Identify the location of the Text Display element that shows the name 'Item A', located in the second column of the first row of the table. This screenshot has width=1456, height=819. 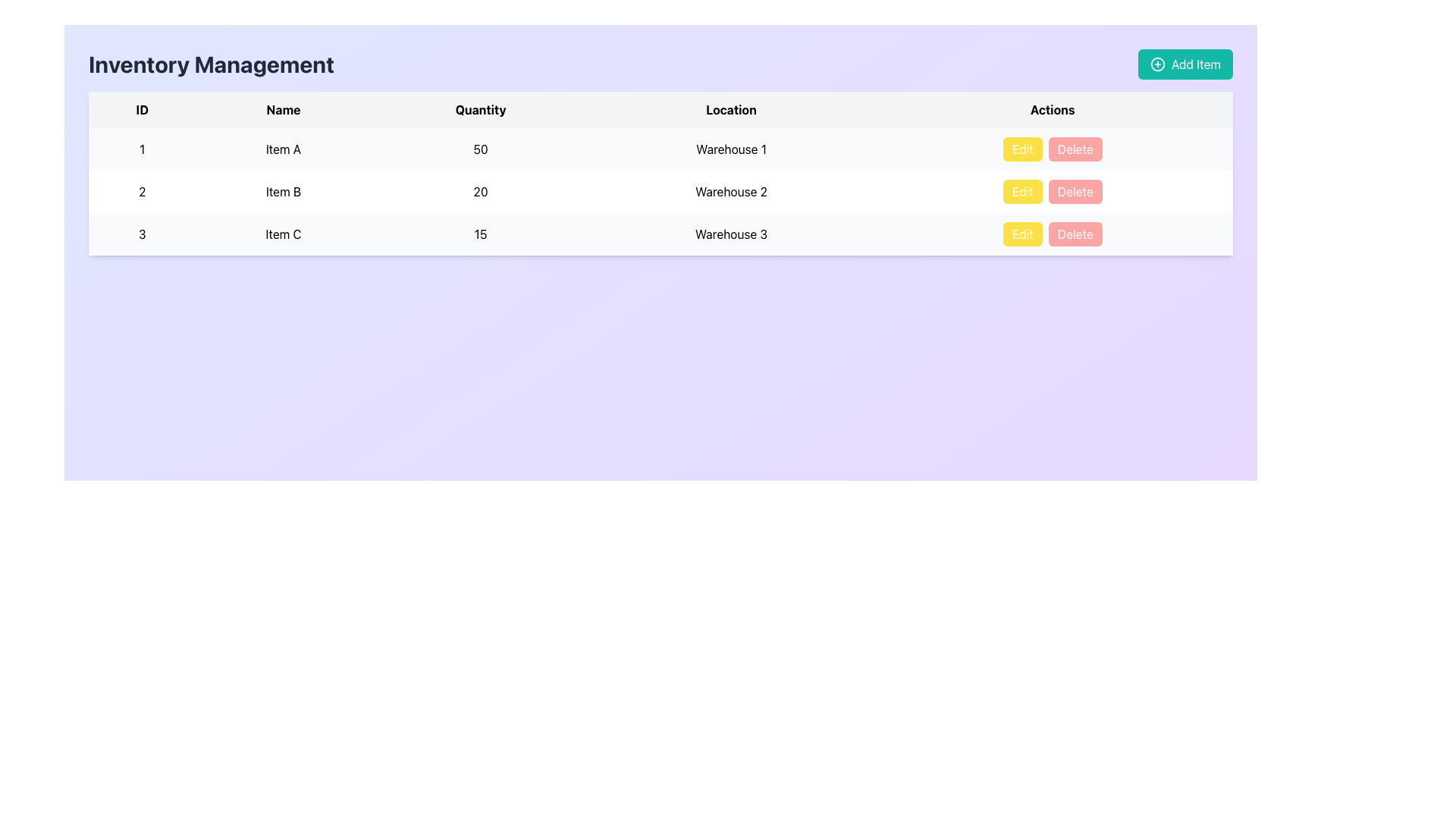
(284, 149).